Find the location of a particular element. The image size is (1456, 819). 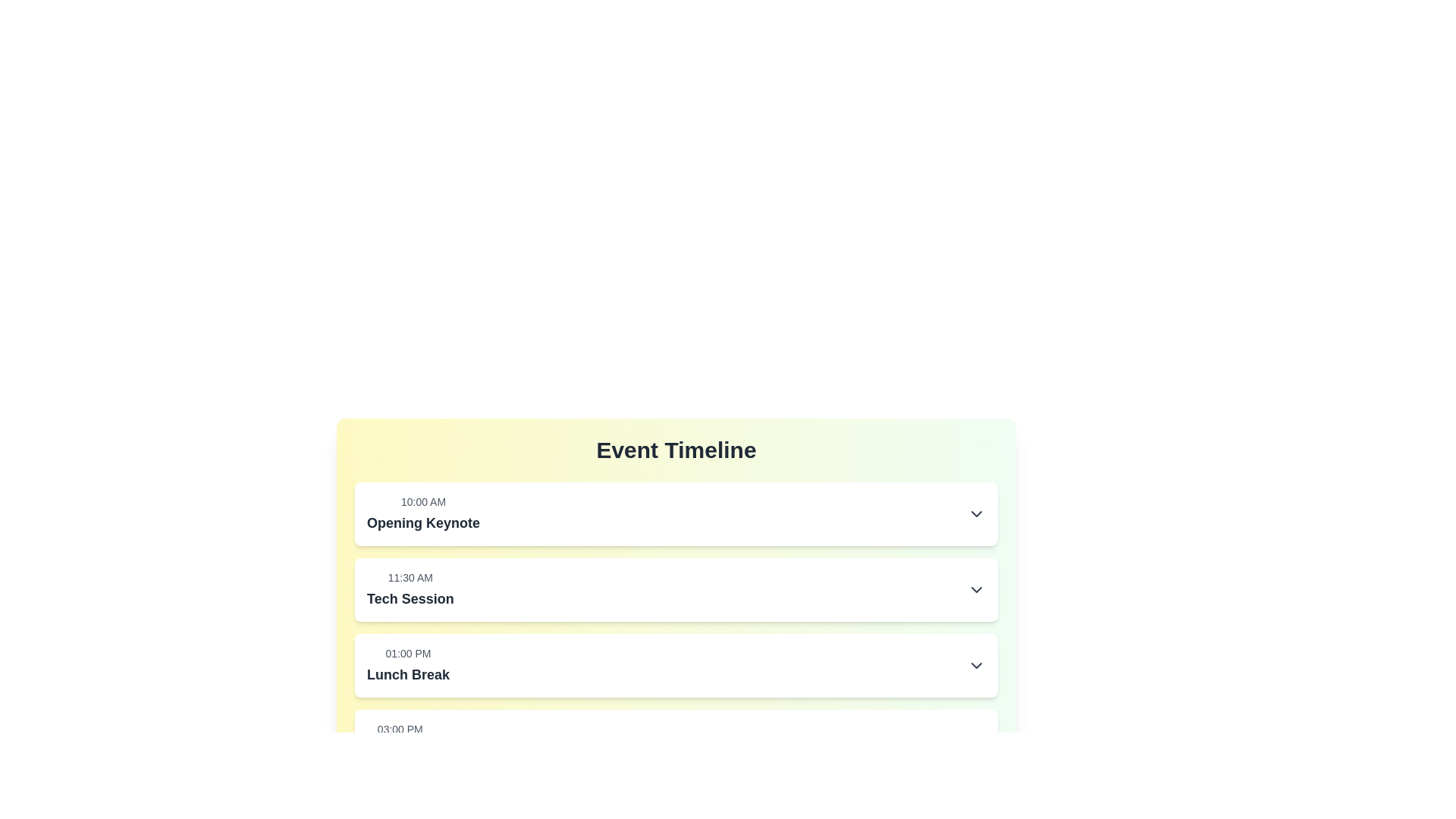

the event text block positioned in the middle card of the vertical list, located below the 'Opening Keynote' card and above the 'Lunch Break' card in the timeline is located at coordinates (410, 589).